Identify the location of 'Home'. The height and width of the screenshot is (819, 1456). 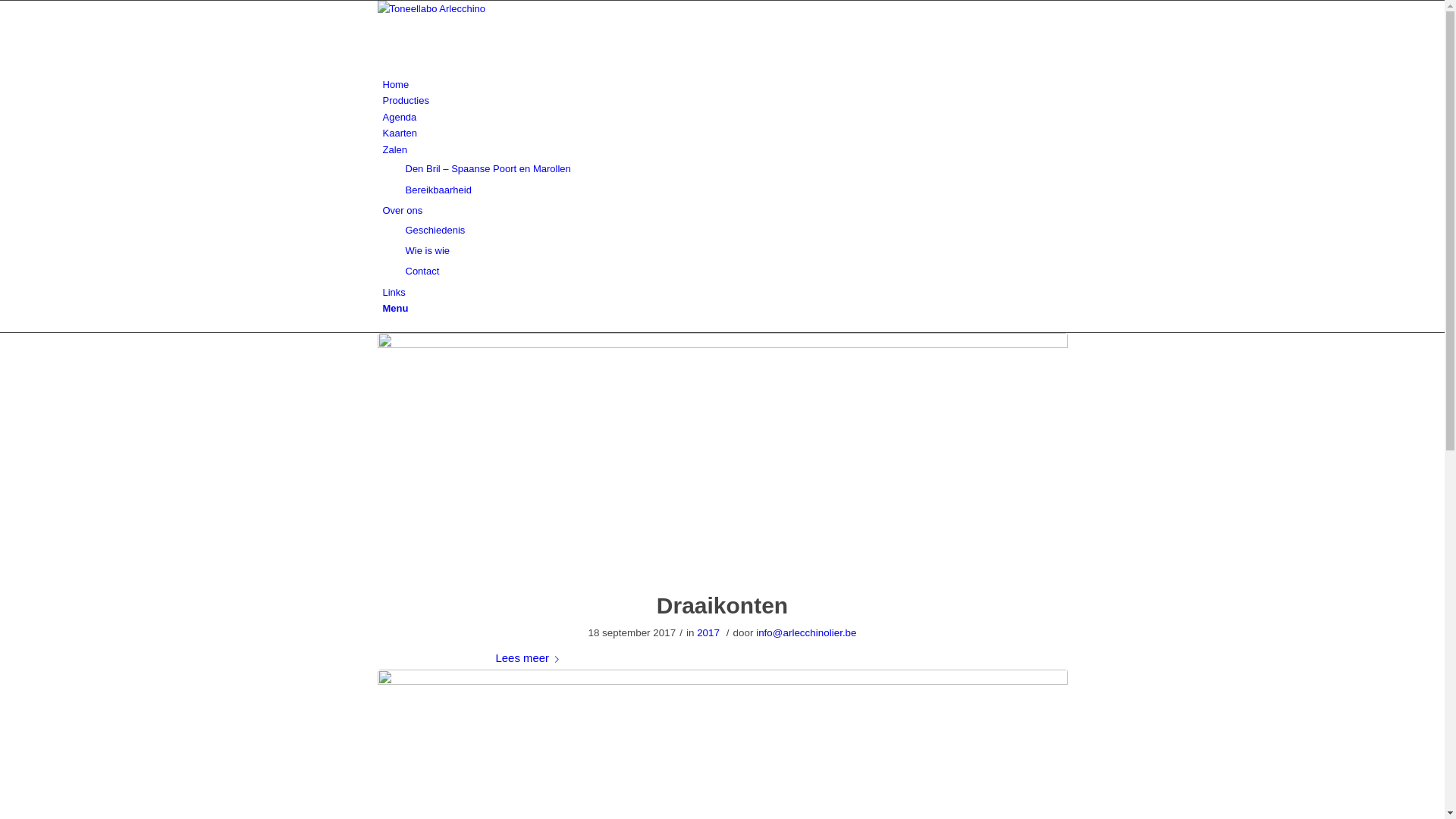
(395, 84).